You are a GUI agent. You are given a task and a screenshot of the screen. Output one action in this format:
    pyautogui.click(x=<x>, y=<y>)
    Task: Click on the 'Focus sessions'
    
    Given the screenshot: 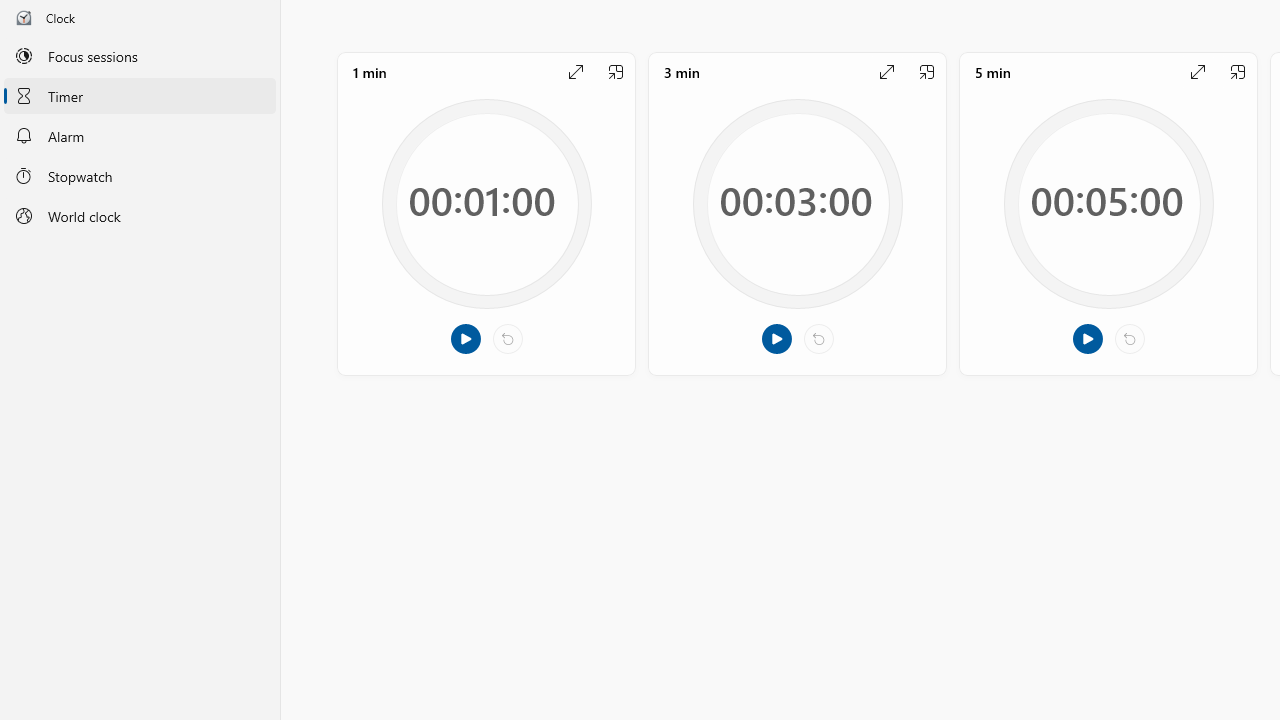 What is the action you would take?
    pyautogui.click(x=139, y=55)
    